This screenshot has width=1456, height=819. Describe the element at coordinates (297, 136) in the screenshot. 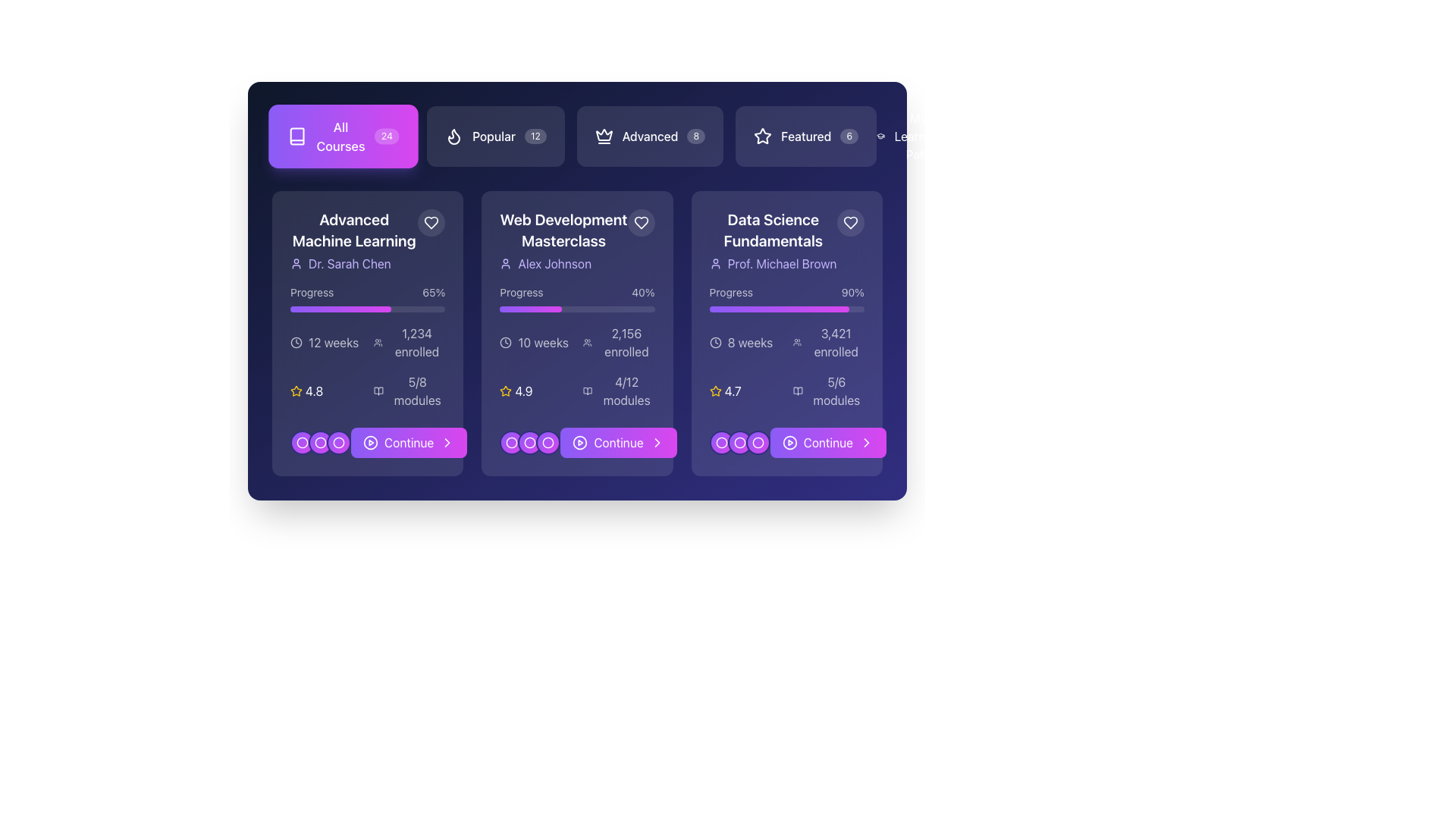

I see `the 'All Courses' icon located in the top-left section of the interface within the navigation header, which visually represents the catalog of available courses` at that location.